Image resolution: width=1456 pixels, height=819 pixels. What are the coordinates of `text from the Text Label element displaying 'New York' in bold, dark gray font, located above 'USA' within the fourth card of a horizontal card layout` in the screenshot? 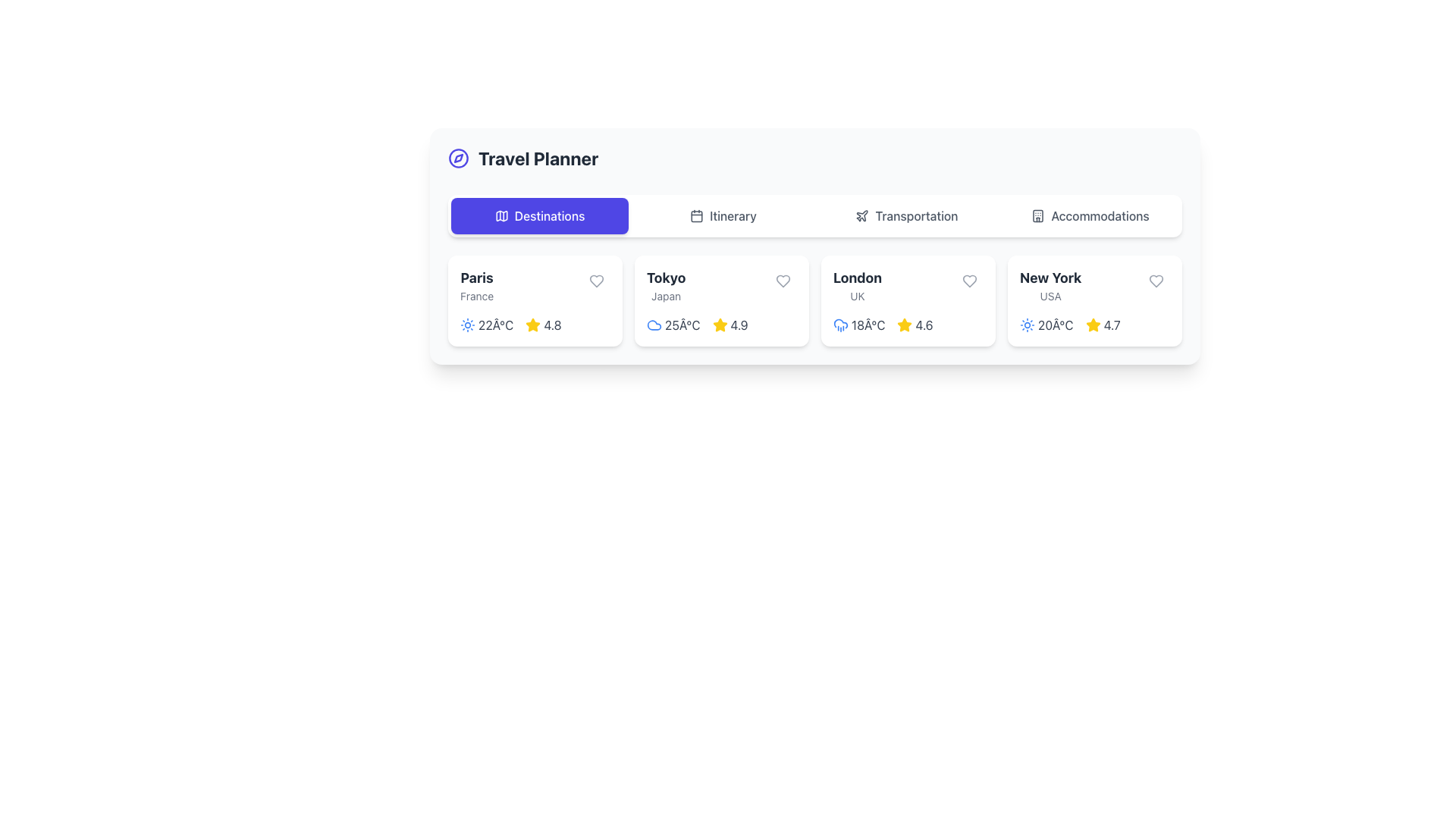 It's located at (1050, 286).